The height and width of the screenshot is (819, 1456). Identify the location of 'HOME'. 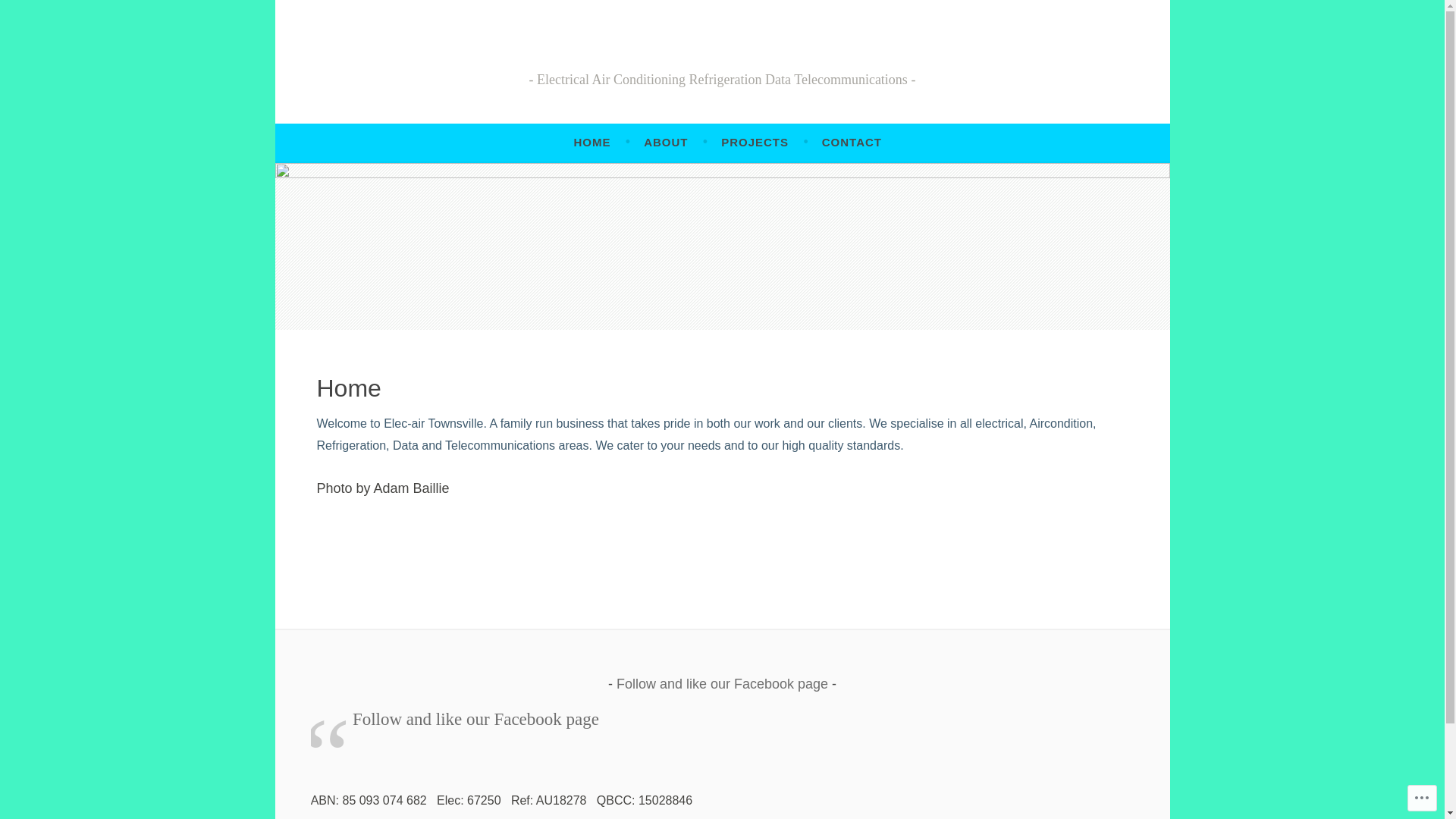
(591, 143).